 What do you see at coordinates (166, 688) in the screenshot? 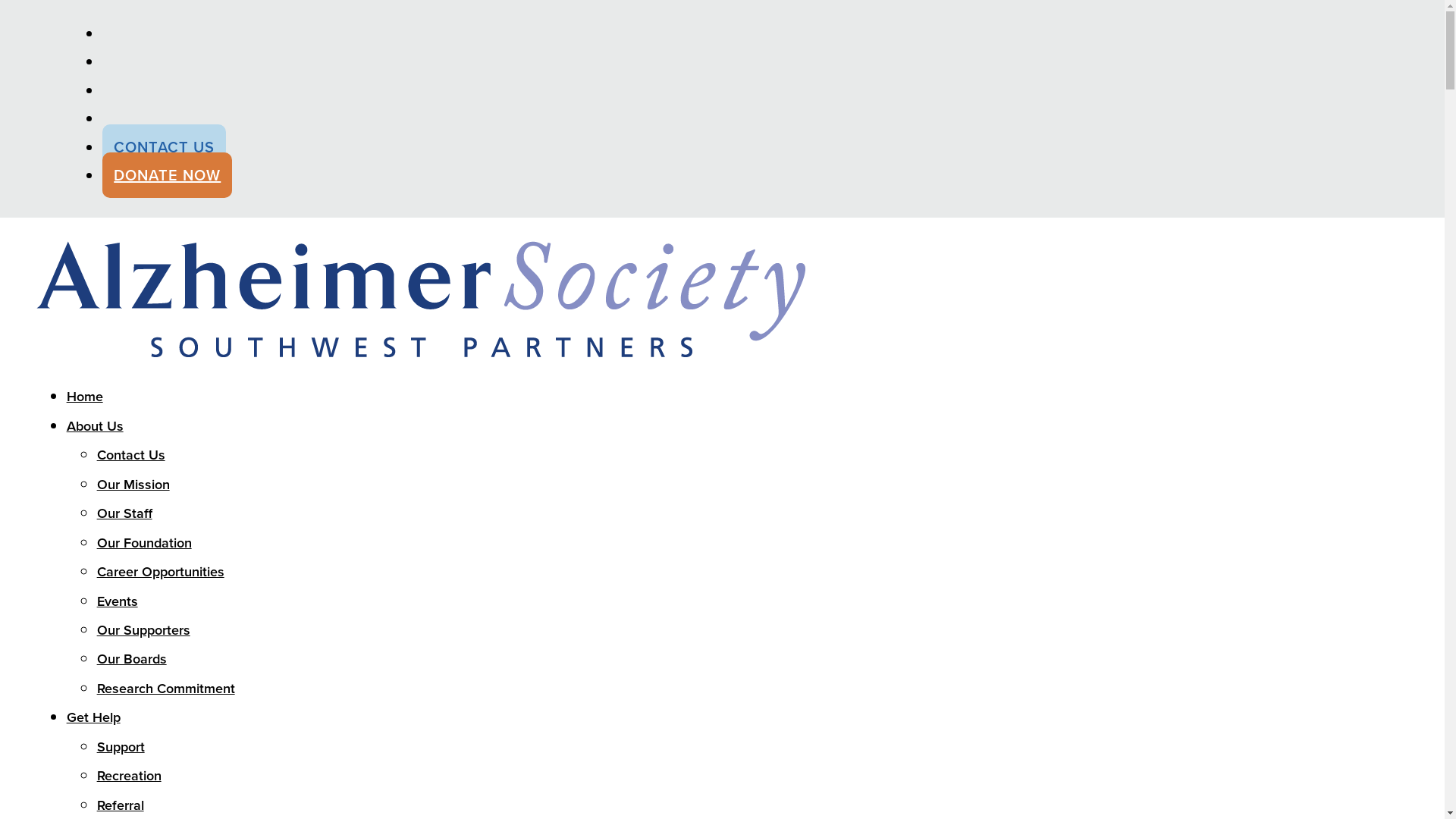
I see `'Research Commitment'` at bounding box center [166, 688].